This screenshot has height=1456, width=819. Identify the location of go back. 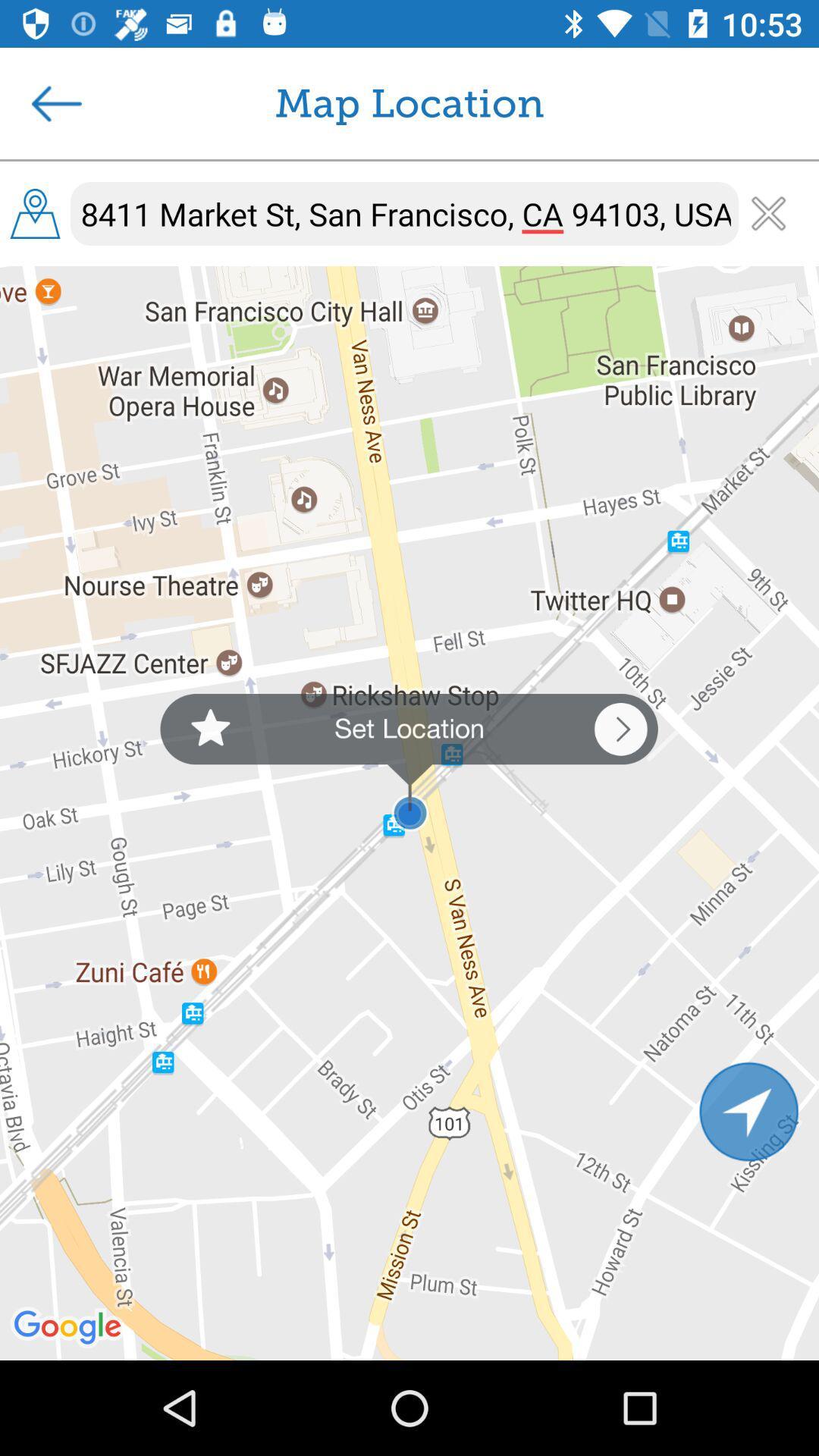
(55, 102).